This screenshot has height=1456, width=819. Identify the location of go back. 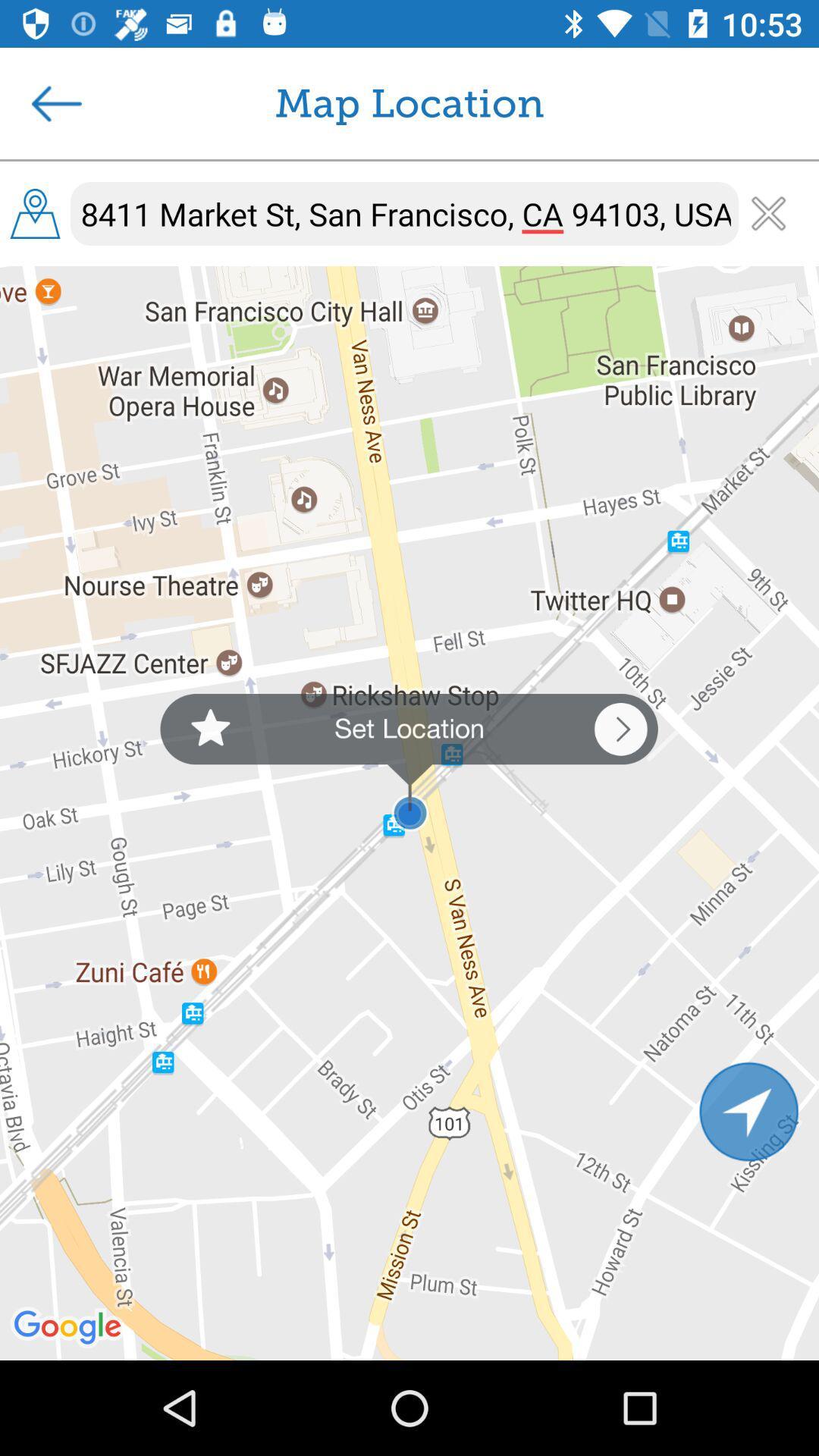
(55, 102).